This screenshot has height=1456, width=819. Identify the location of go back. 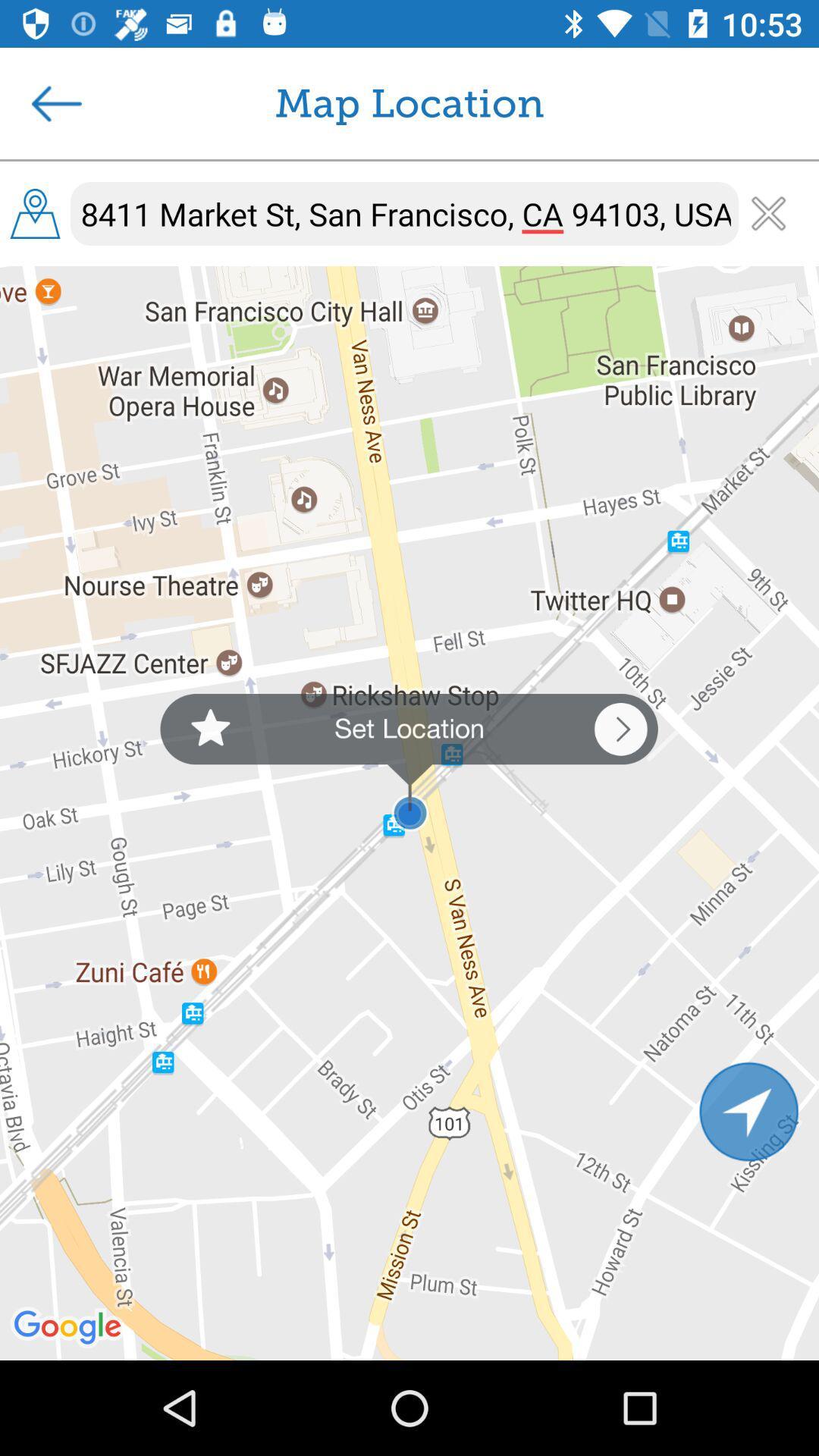
(55, 102).